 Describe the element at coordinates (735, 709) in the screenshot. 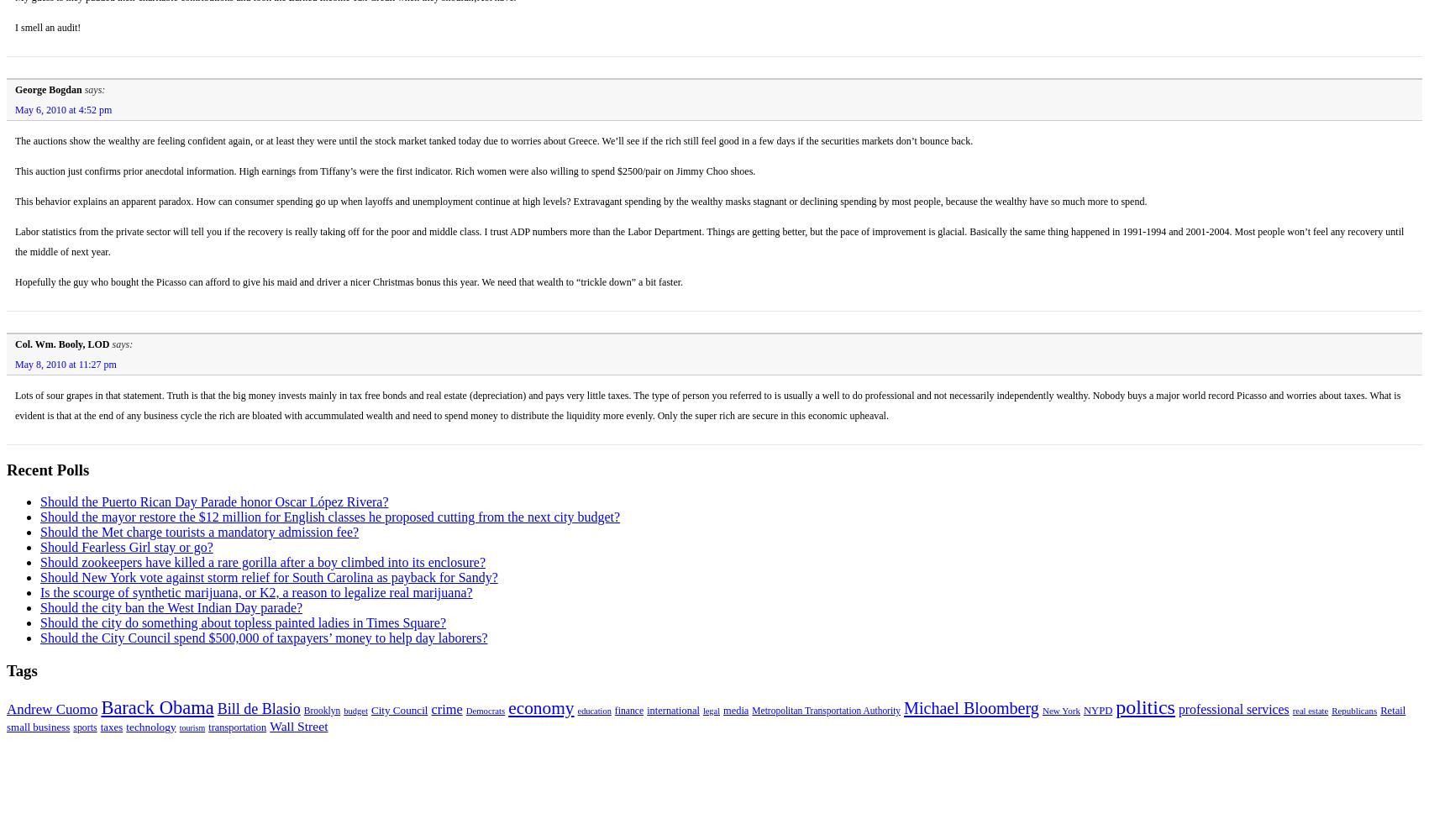

I see `'media'` at that location.